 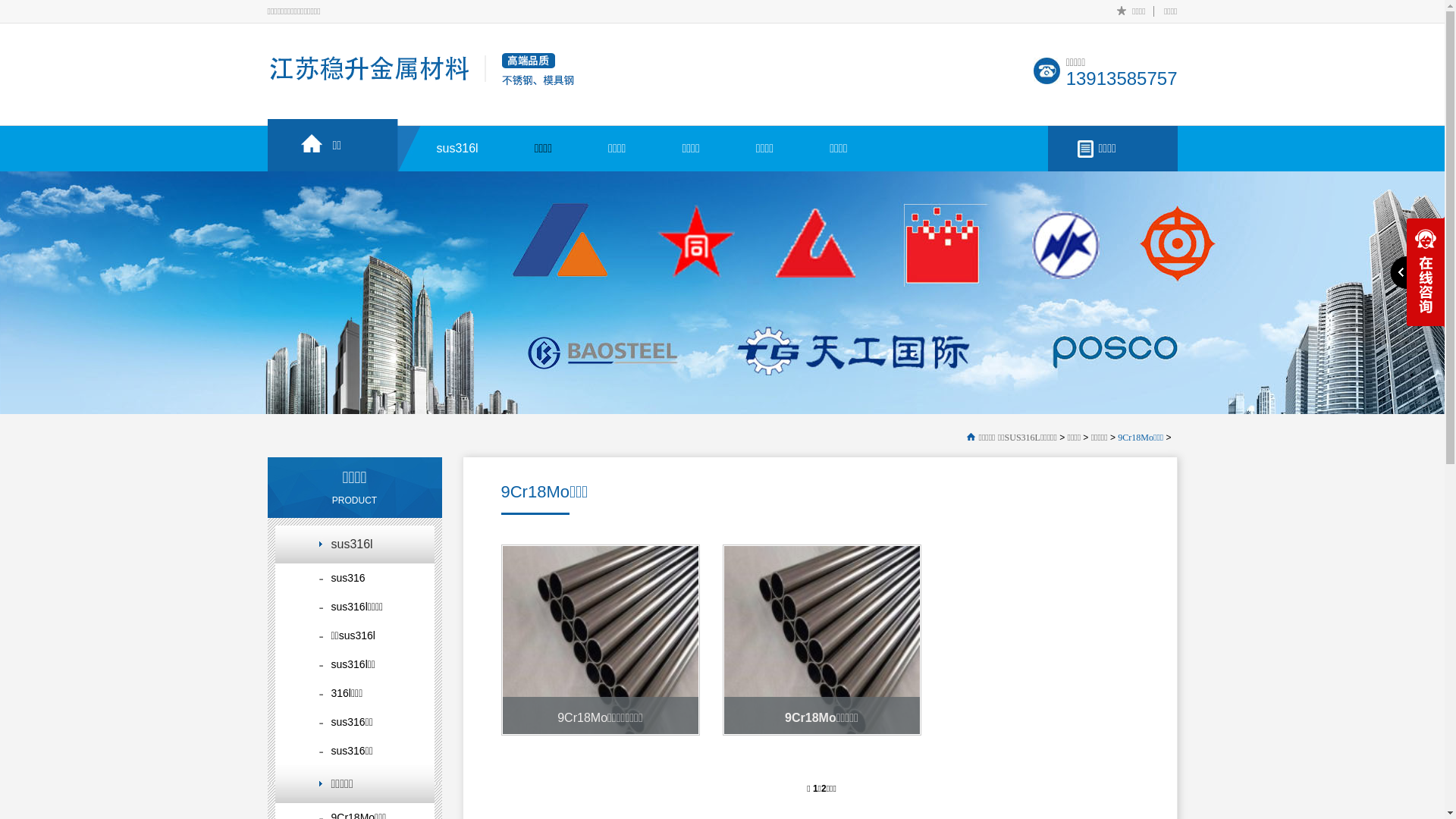 What do you see at coordinates (457, 137) in the screenshot?
I see `'sus316l'` at bounding box center [457, 137].